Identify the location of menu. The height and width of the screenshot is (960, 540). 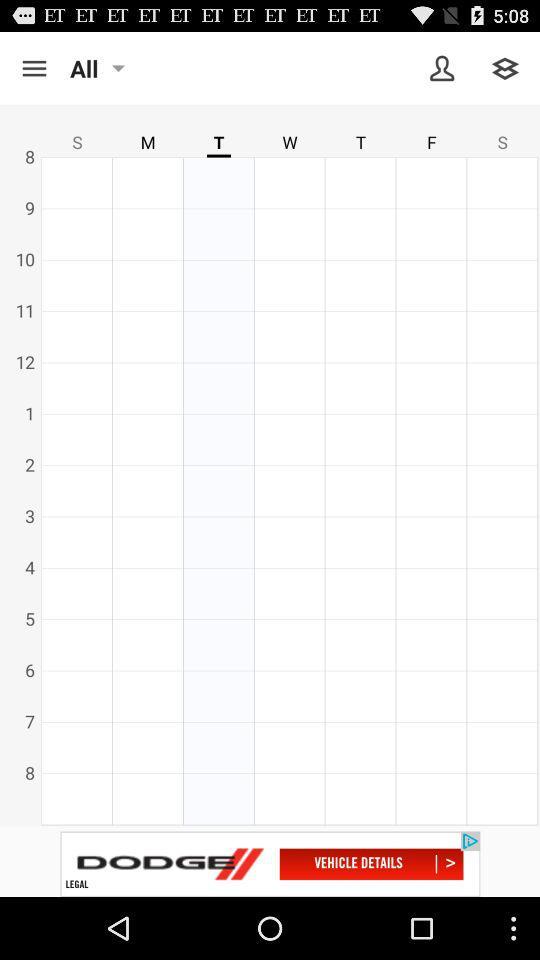
(33, 68).